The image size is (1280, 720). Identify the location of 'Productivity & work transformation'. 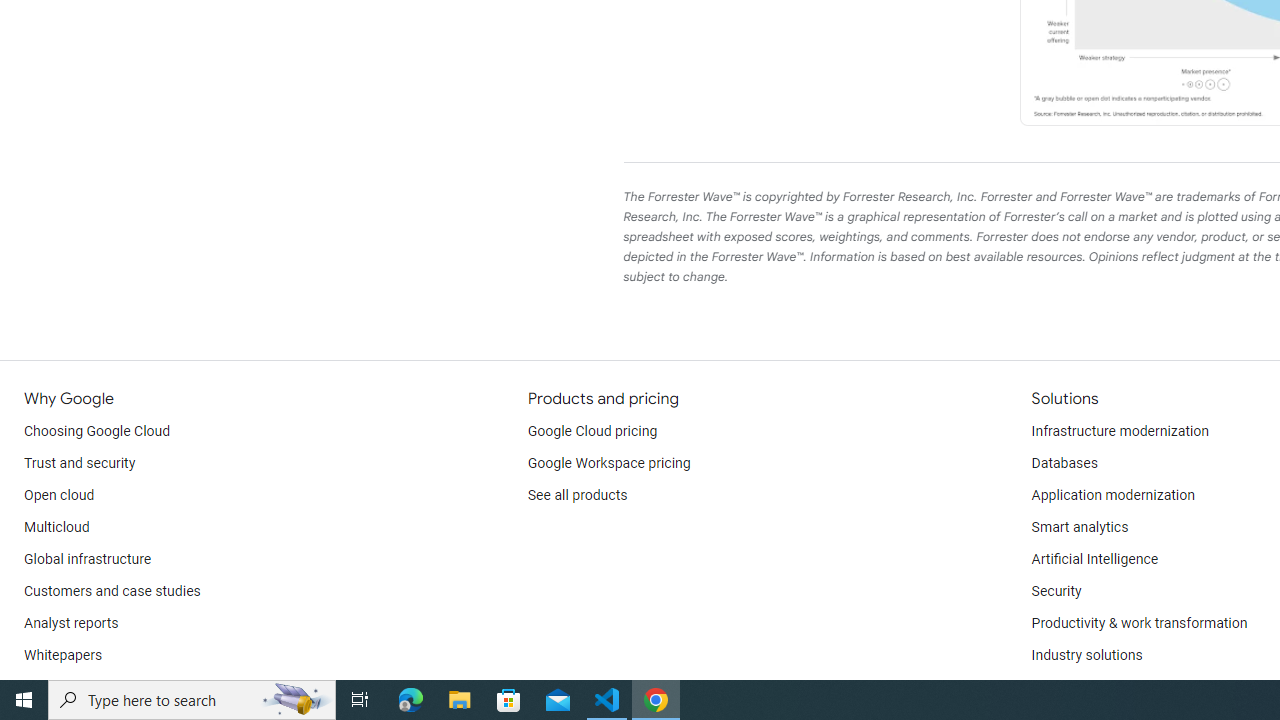
(1139, 622).